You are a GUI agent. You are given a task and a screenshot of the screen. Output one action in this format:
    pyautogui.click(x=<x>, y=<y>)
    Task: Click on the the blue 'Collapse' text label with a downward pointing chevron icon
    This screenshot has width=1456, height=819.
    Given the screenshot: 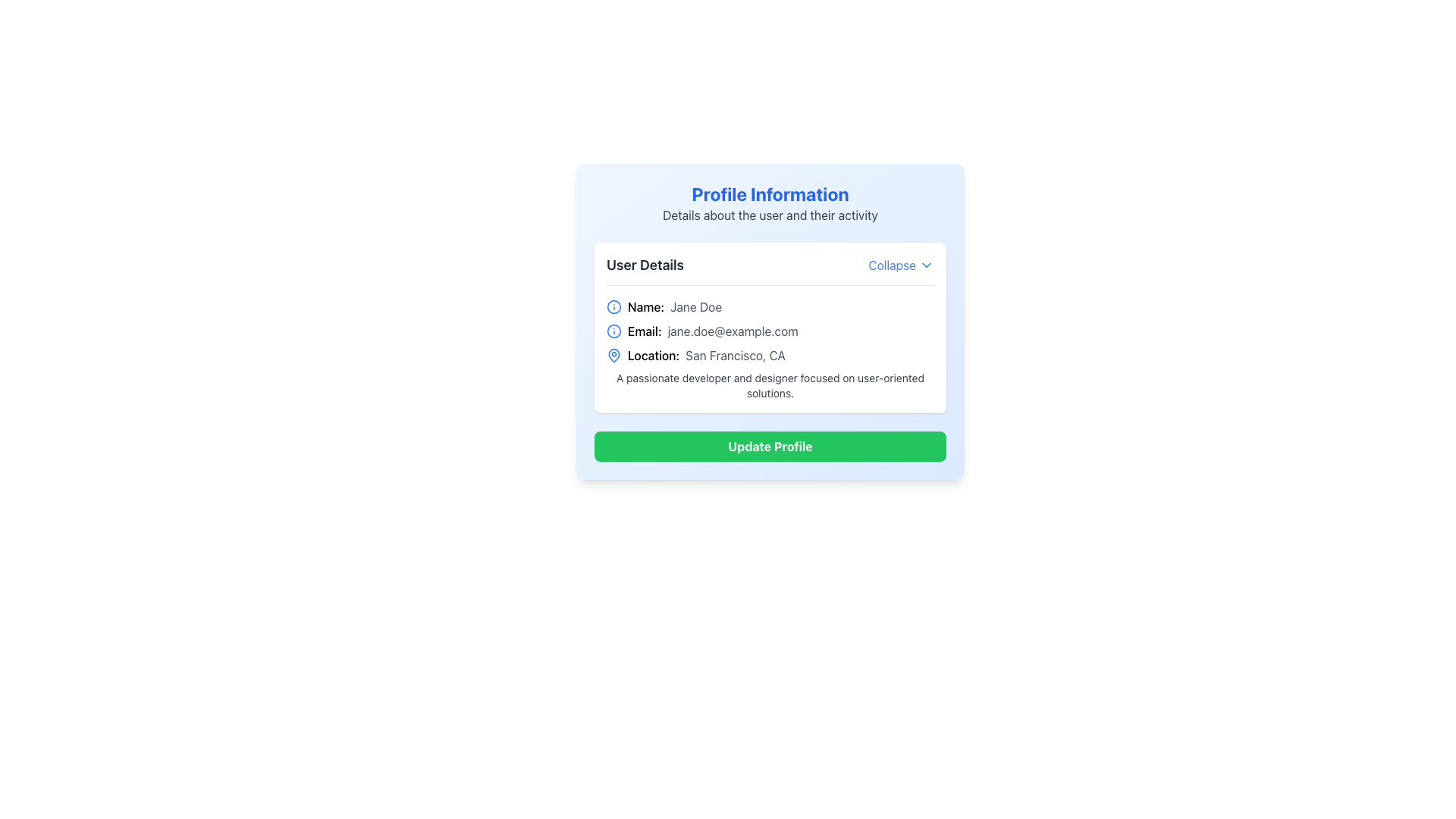 What is the action you would take?
    pyautogui.click(x=901, y=265)
    